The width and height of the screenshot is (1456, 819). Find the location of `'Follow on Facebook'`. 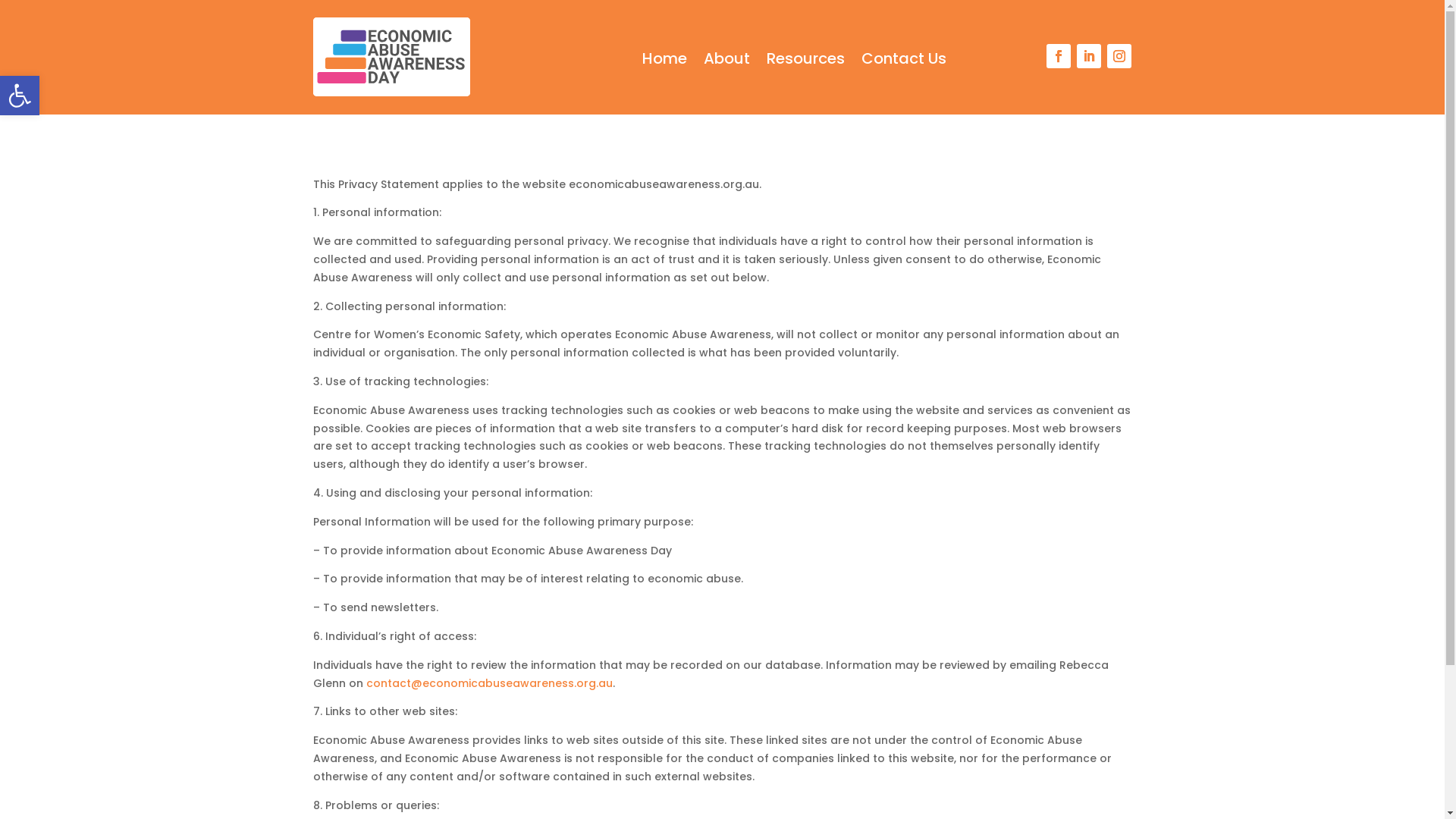

'Follow on Facebook' is located at coordinates (1058, 55).